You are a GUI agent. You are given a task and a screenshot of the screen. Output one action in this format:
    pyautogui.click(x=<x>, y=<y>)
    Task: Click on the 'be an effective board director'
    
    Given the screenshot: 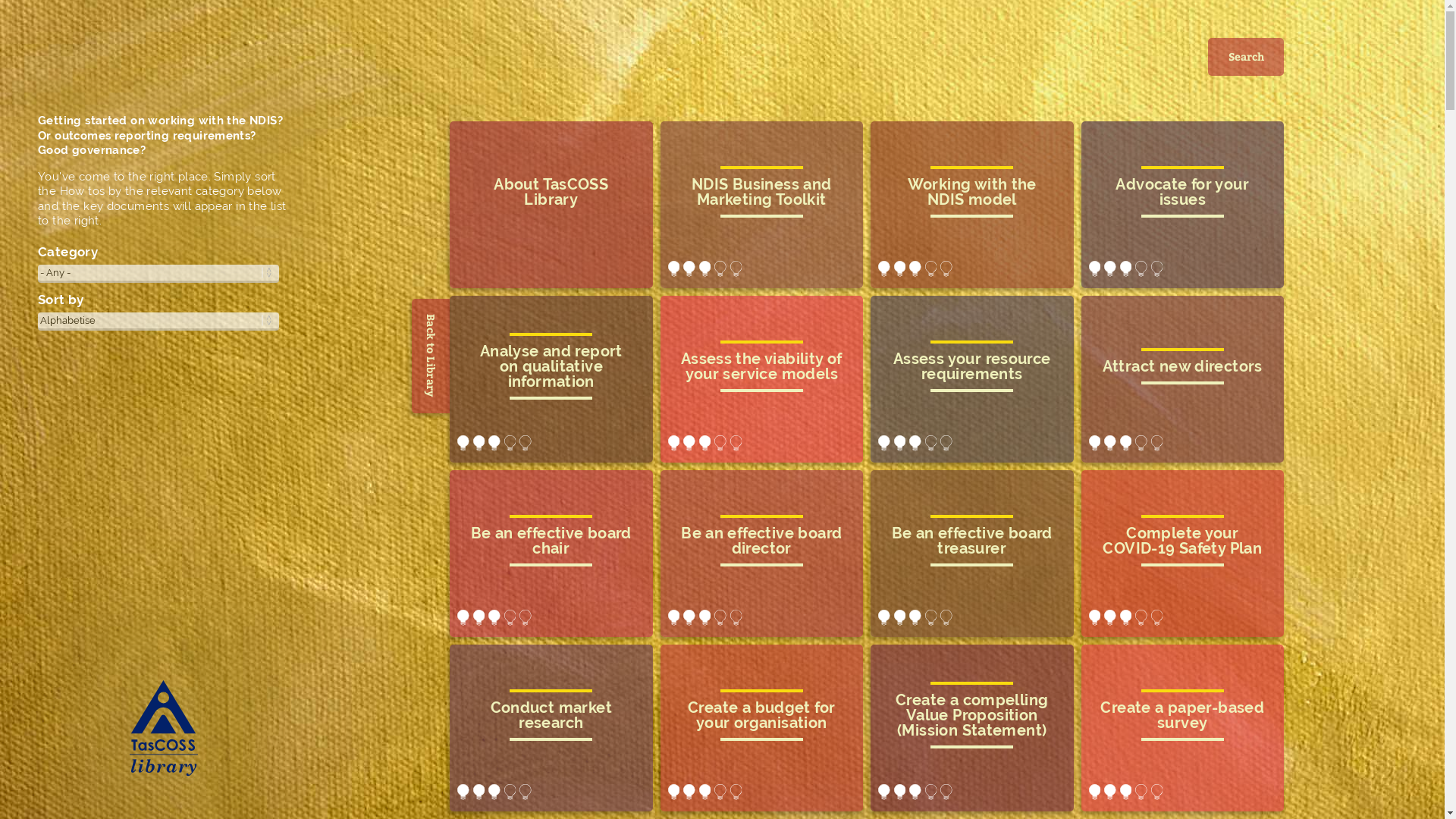 What is the action you would take?
    pyautogui.click(x=761, y=553)
    